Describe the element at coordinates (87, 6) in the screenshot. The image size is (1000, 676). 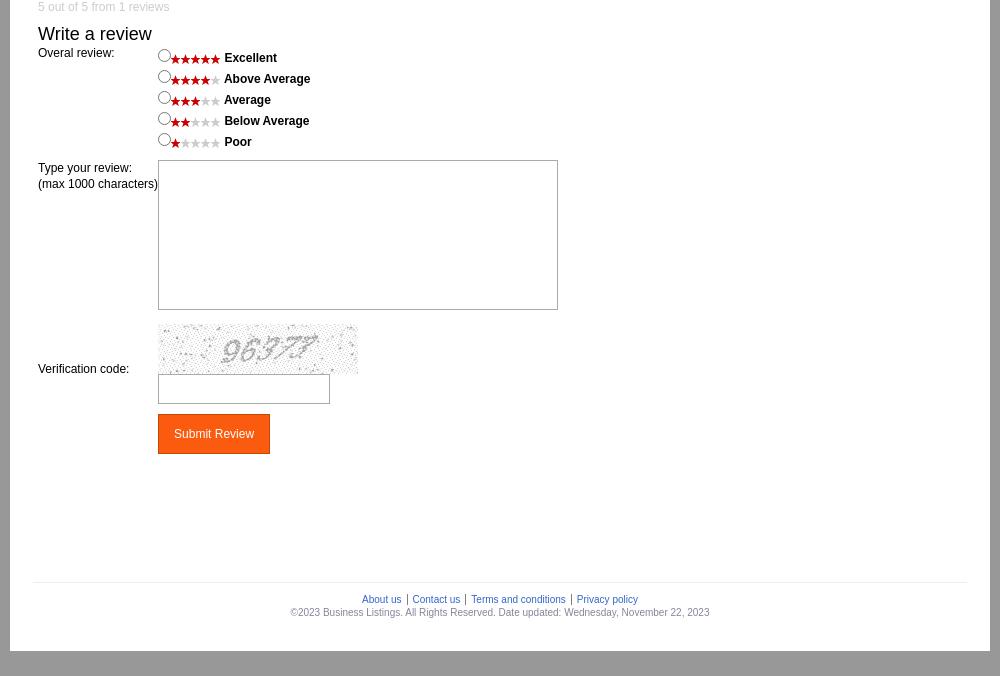
I see `'from'` at that location.